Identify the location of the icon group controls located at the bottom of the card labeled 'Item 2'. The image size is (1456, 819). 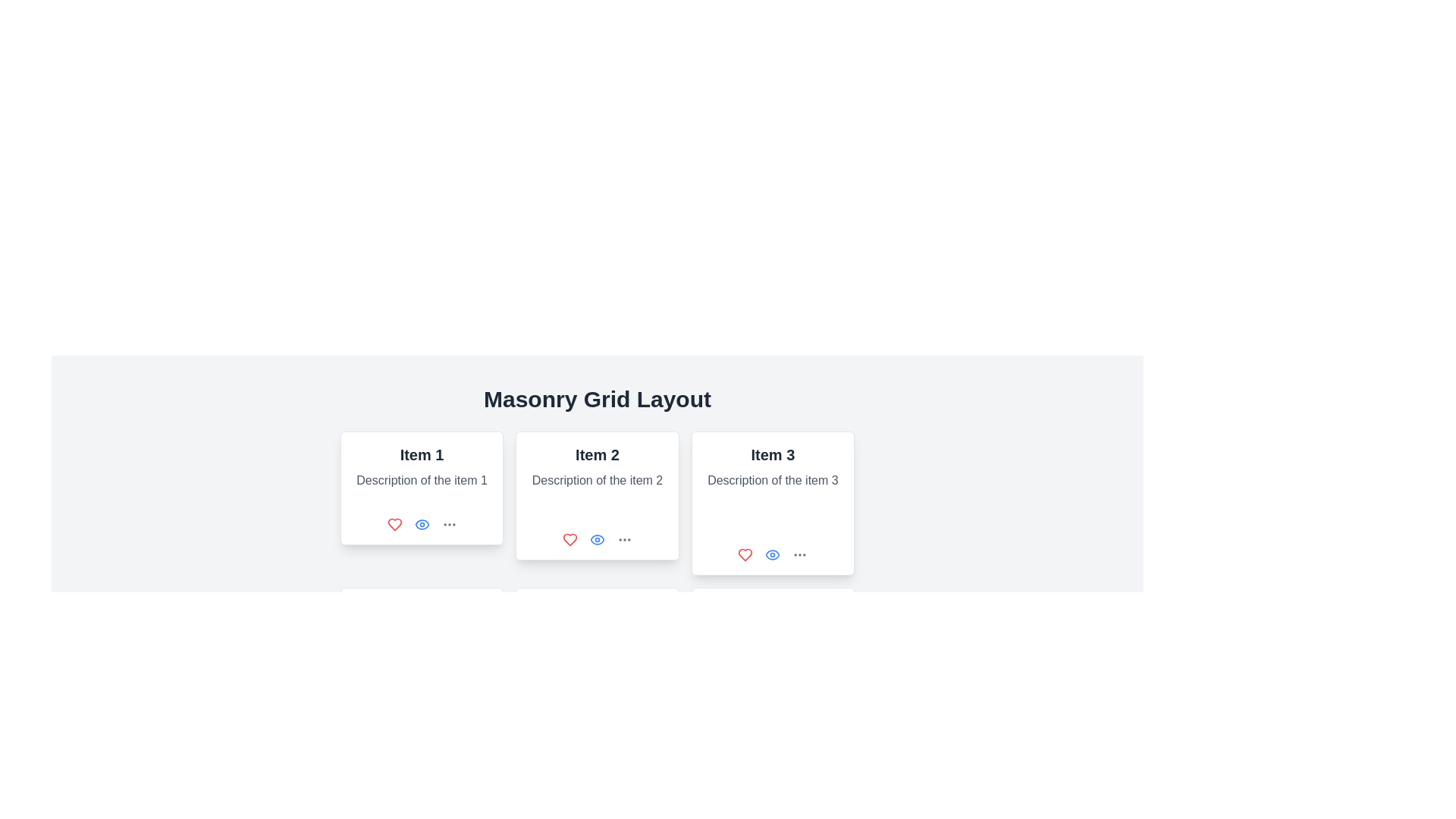
(596, 539).